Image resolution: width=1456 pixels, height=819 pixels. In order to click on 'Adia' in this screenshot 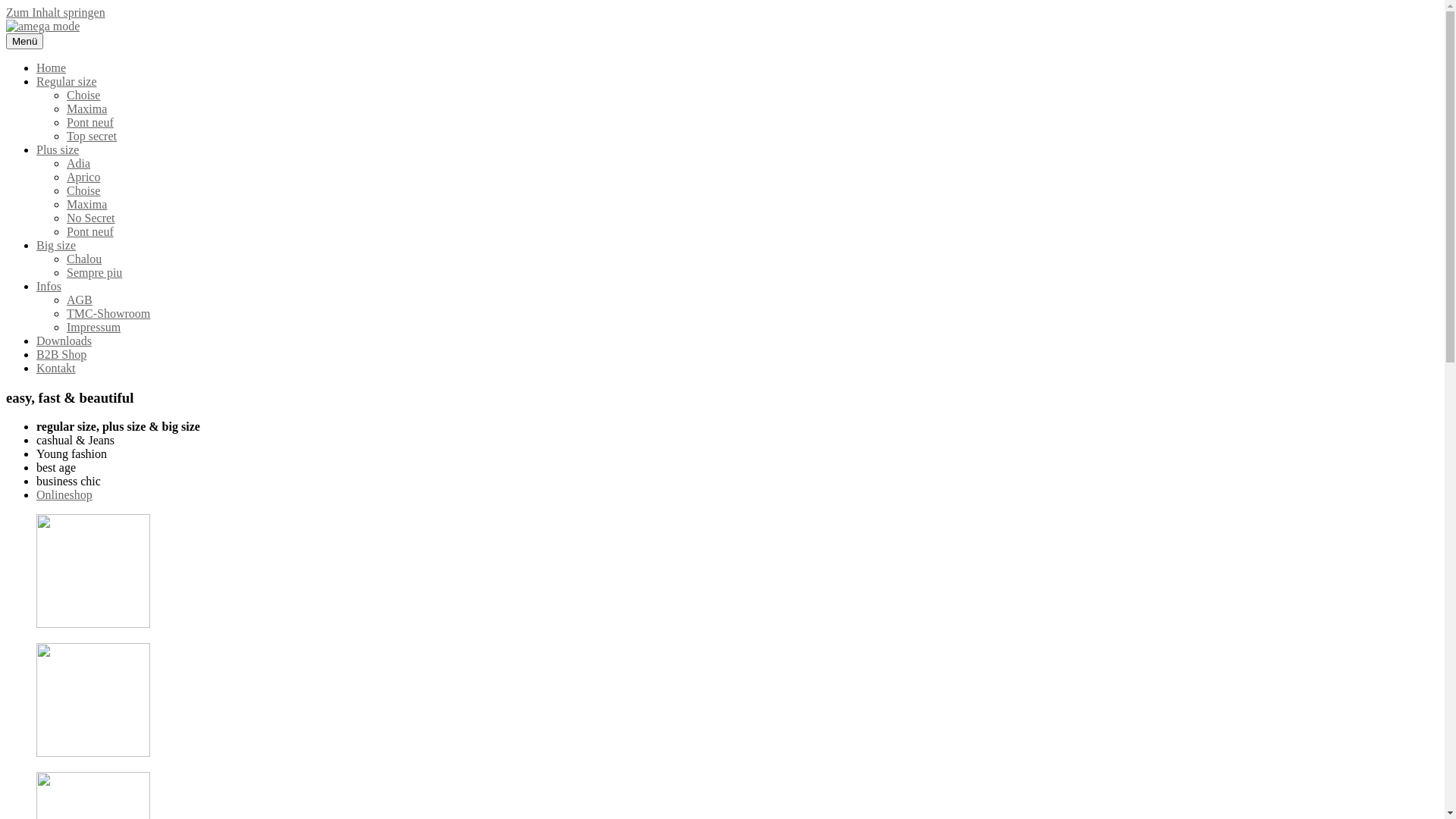, I will do `click(77, 163)`.